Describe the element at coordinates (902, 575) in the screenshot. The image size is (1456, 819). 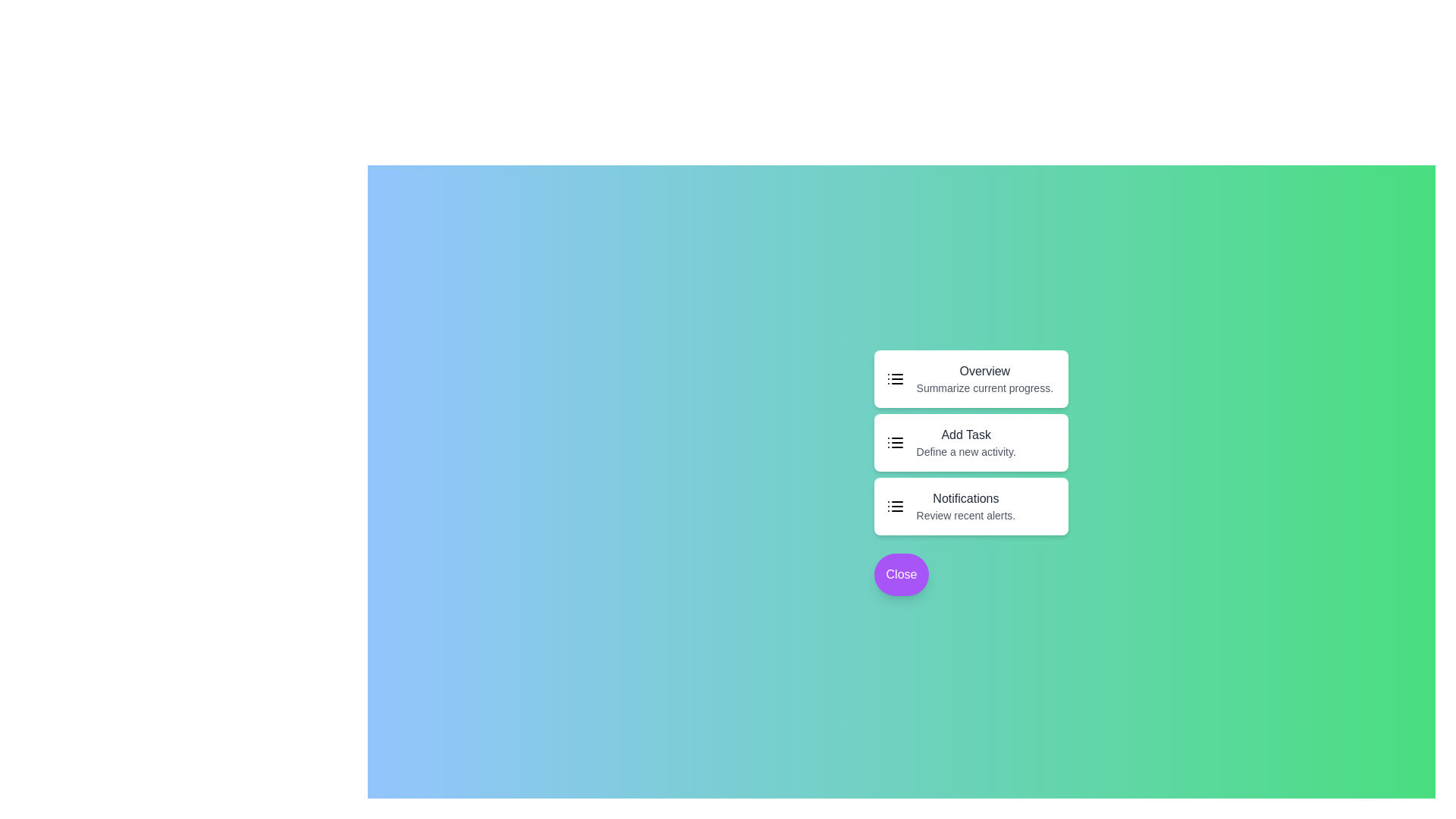
I see `the 'Close/Open' button to toggle the menu visibility` at that location.